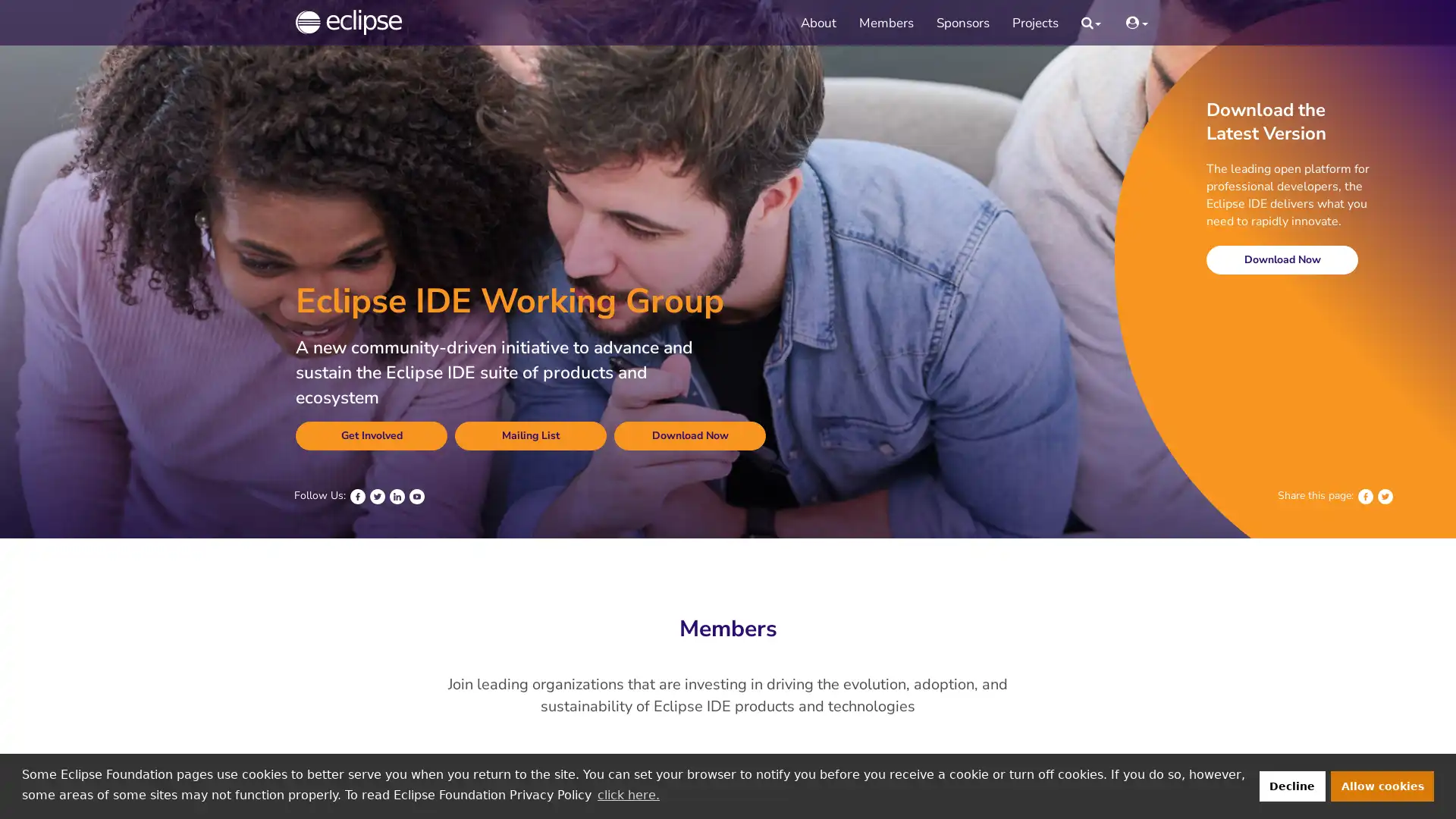  What do you see at coordinates (1382, 785) in the screenshot?
I see `allow cookies` at bounding box center [1382, 785].